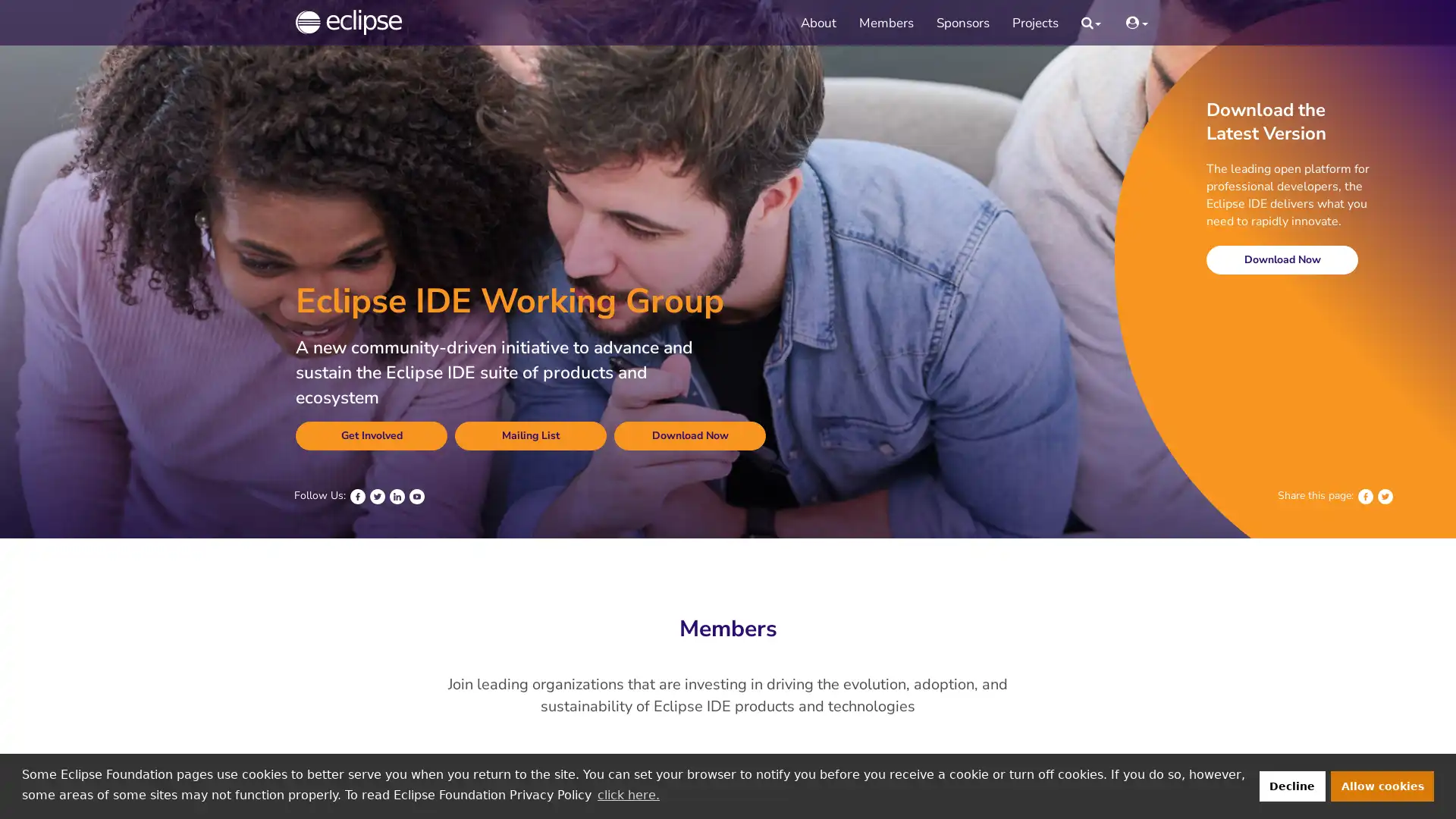  What do you see at coordinates (1382, 785) in the screenshot?
I see `allow cookies` at bounding box center [1382, 785].